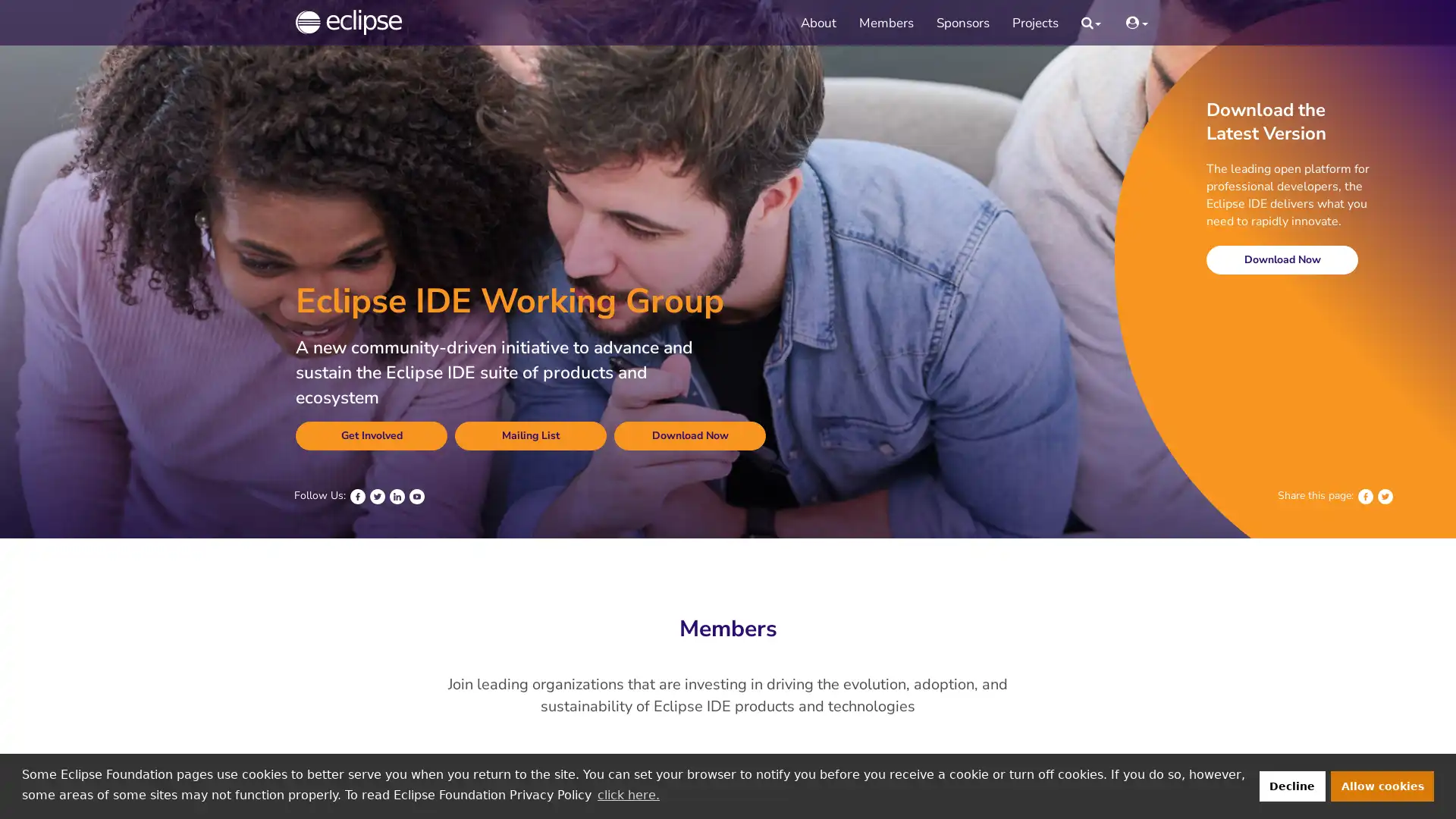  What do you see at coordinates (1382, 785) in the screenshot?
I see `allow cookies` at bounding box center [1382, 785].